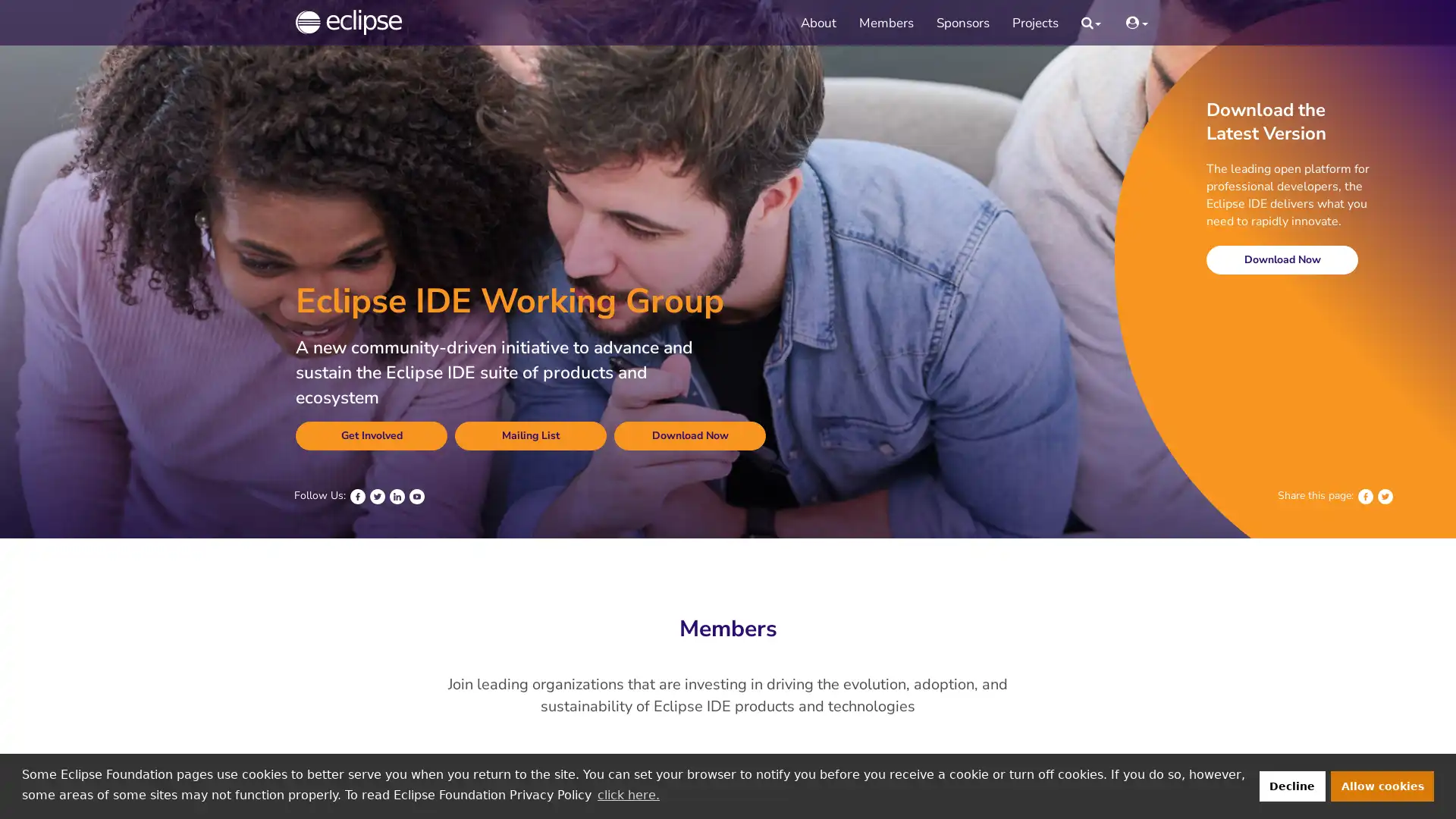  What do you see at coordinates (1382, 785) in the screenshot?
I see `allow cookies` at bounding box center [1382, 785].